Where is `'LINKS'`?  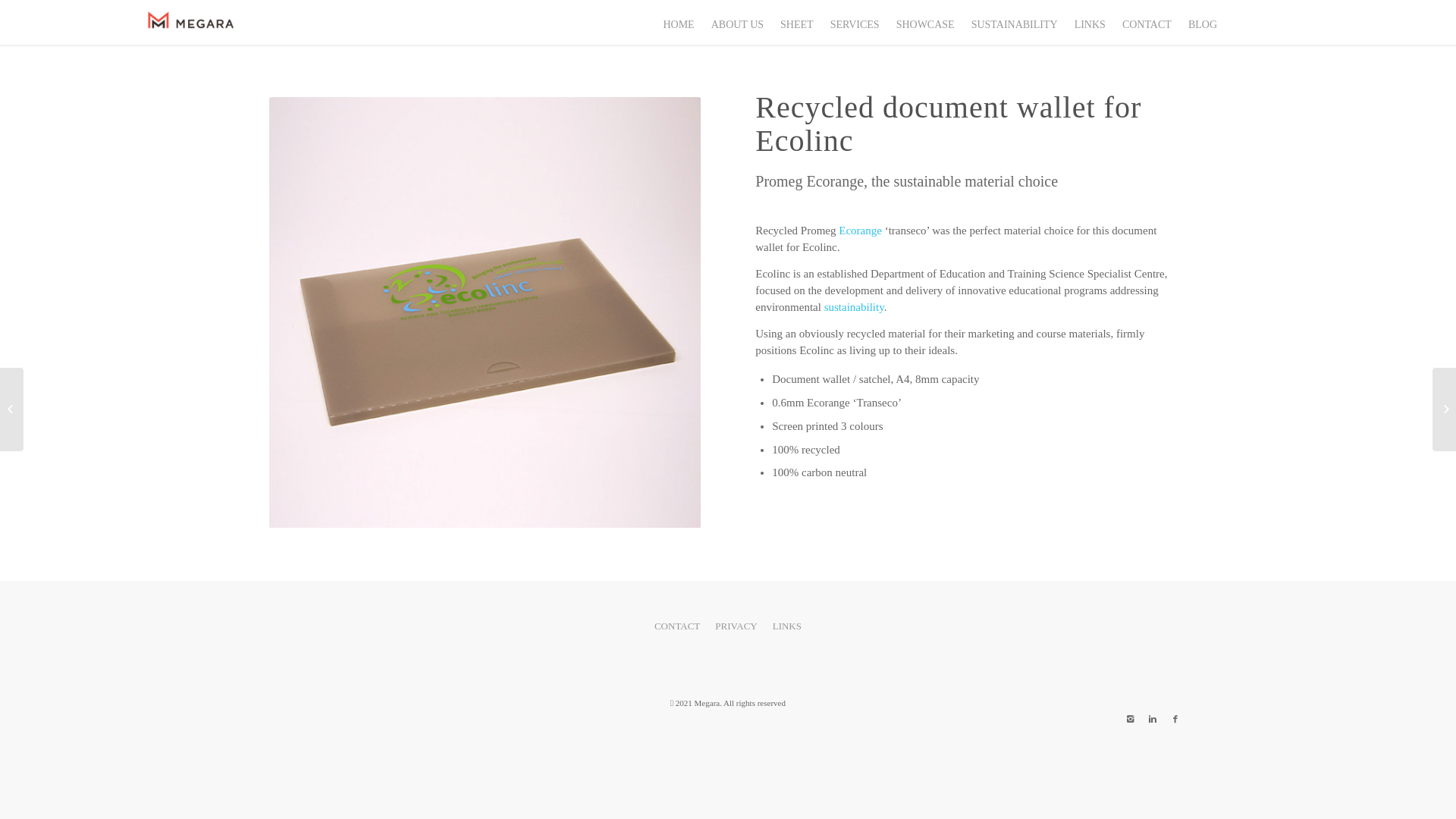 'LINKS' is located at coordinates (786, 626).